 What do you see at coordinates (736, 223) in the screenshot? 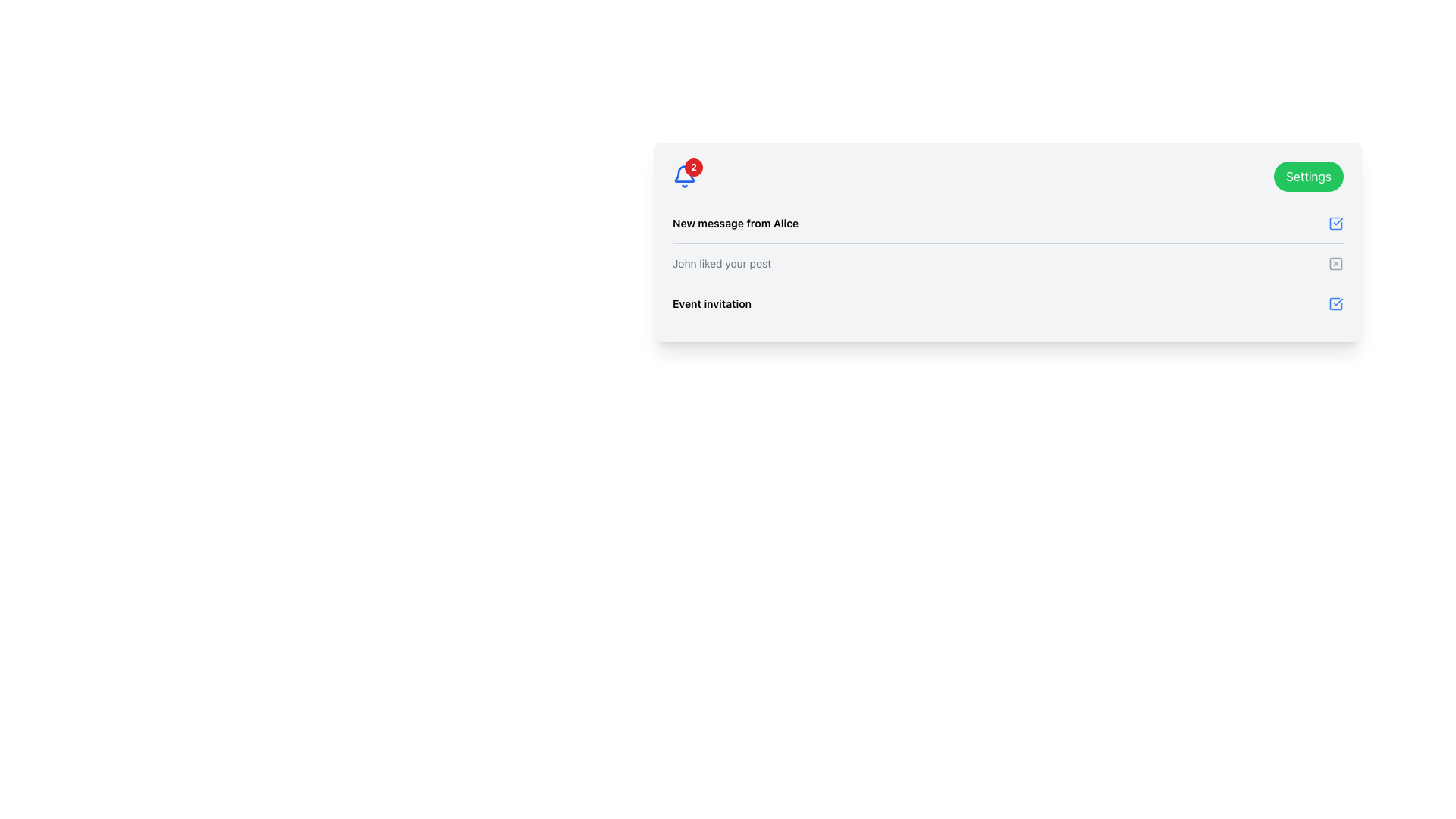
I see `text label displaying 'New message from Alice' which is styled in bold black font and located at the top left corner of the notification panel` at bounding box center [736, 223].